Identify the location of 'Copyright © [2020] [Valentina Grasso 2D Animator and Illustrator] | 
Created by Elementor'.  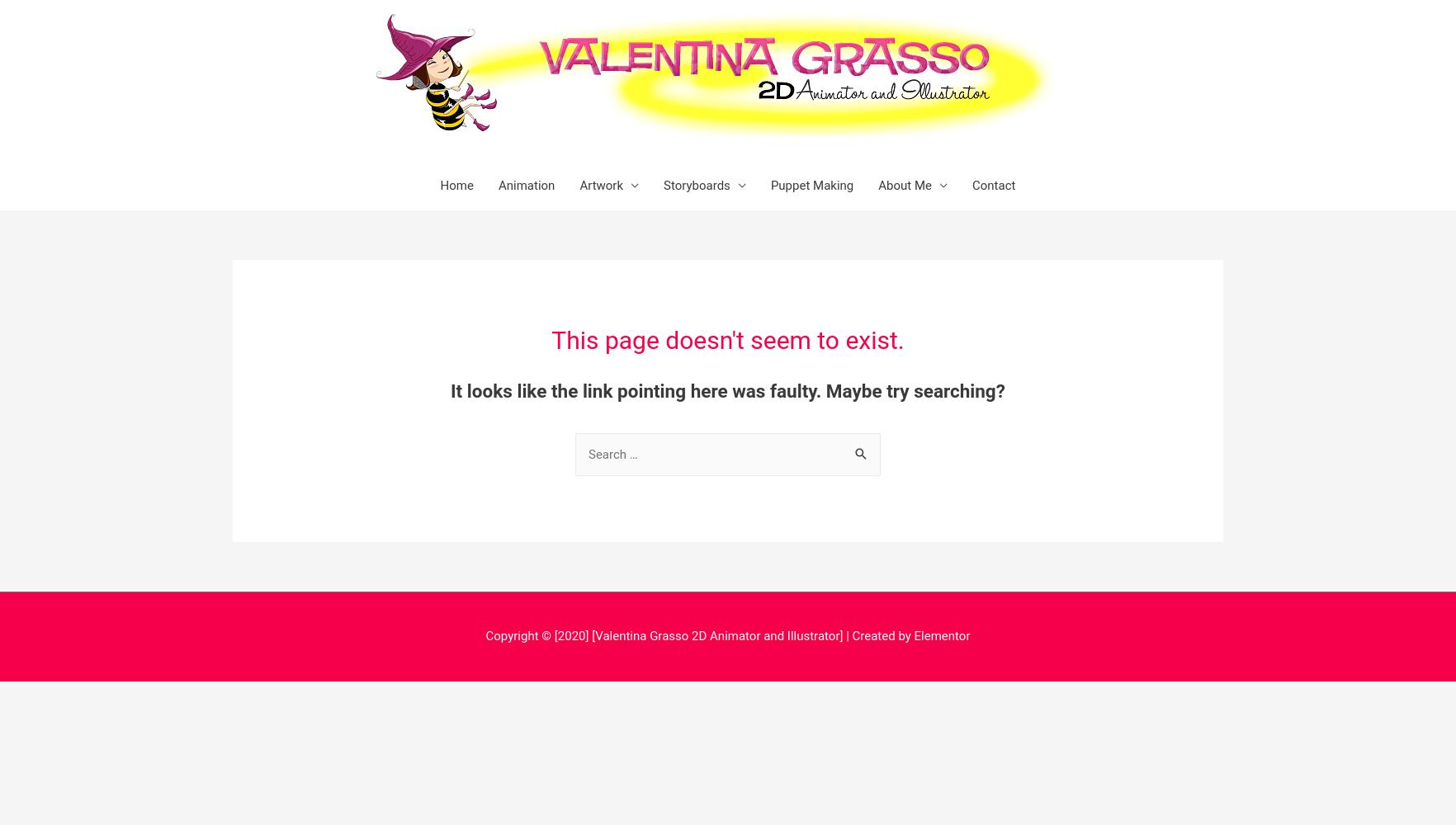
(727, 636).